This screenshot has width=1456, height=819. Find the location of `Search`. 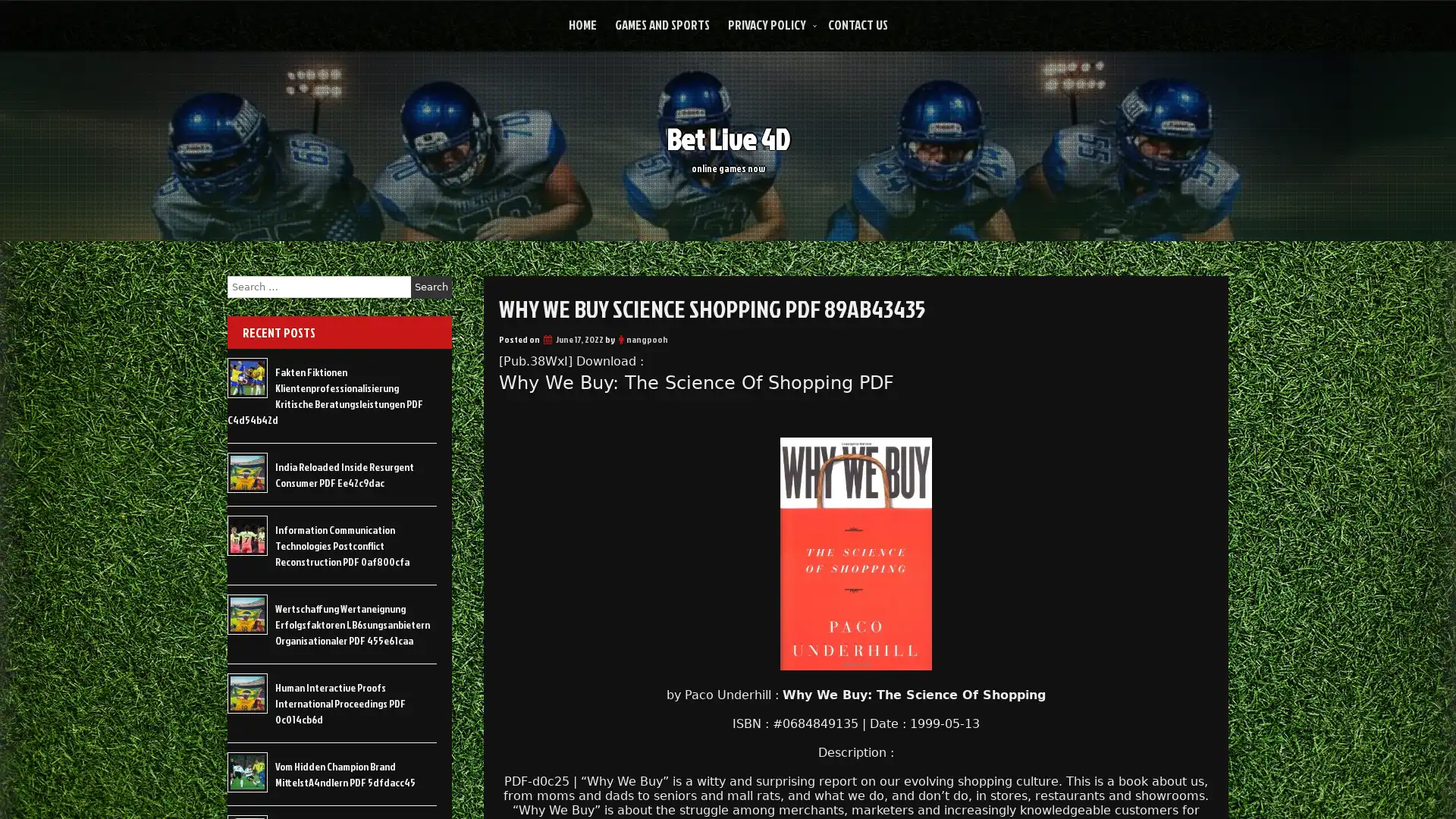

Search is located at coordinates (431, 287).